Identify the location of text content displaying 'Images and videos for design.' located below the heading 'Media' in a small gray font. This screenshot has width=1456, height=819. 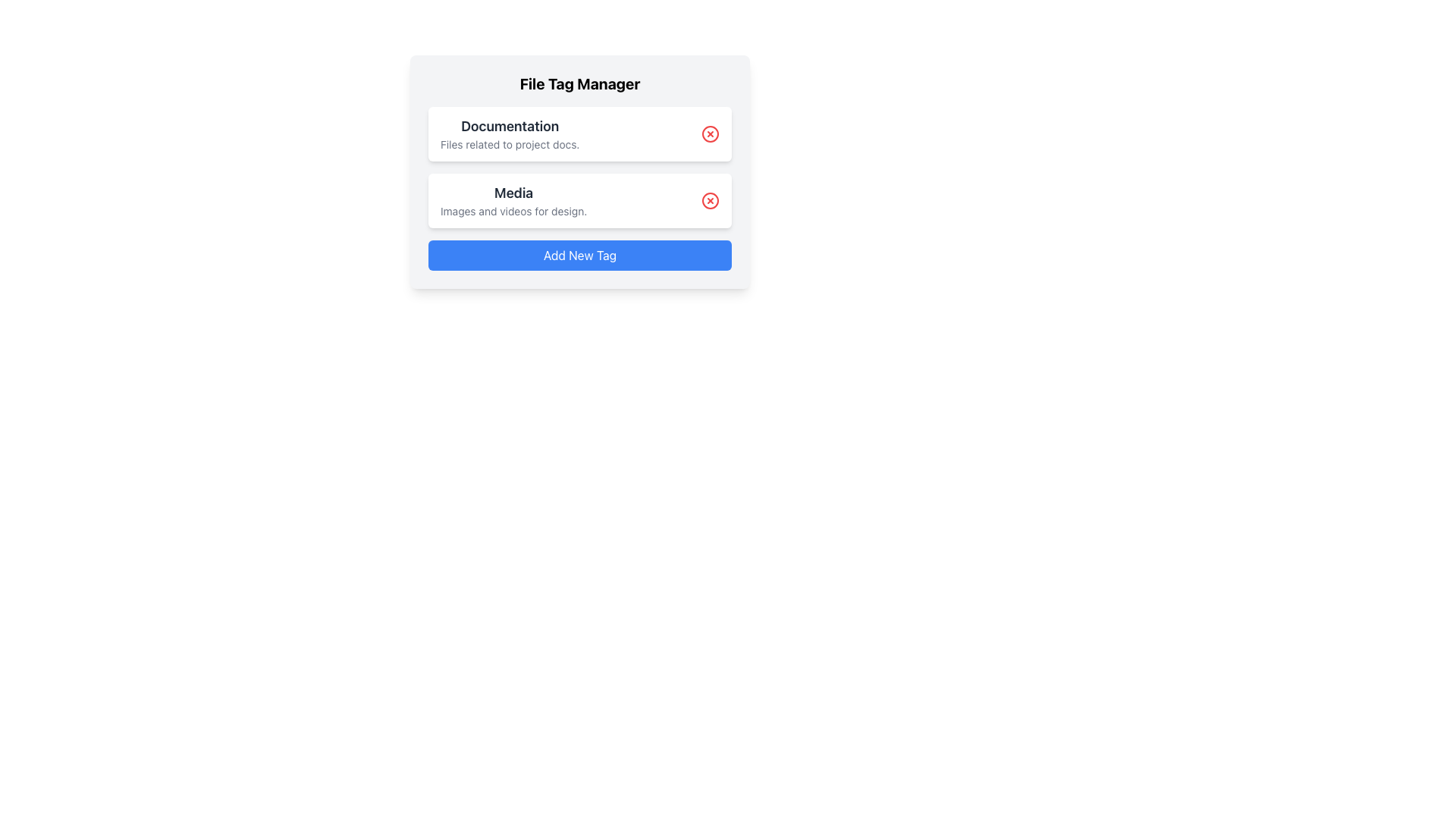
(513, 211).